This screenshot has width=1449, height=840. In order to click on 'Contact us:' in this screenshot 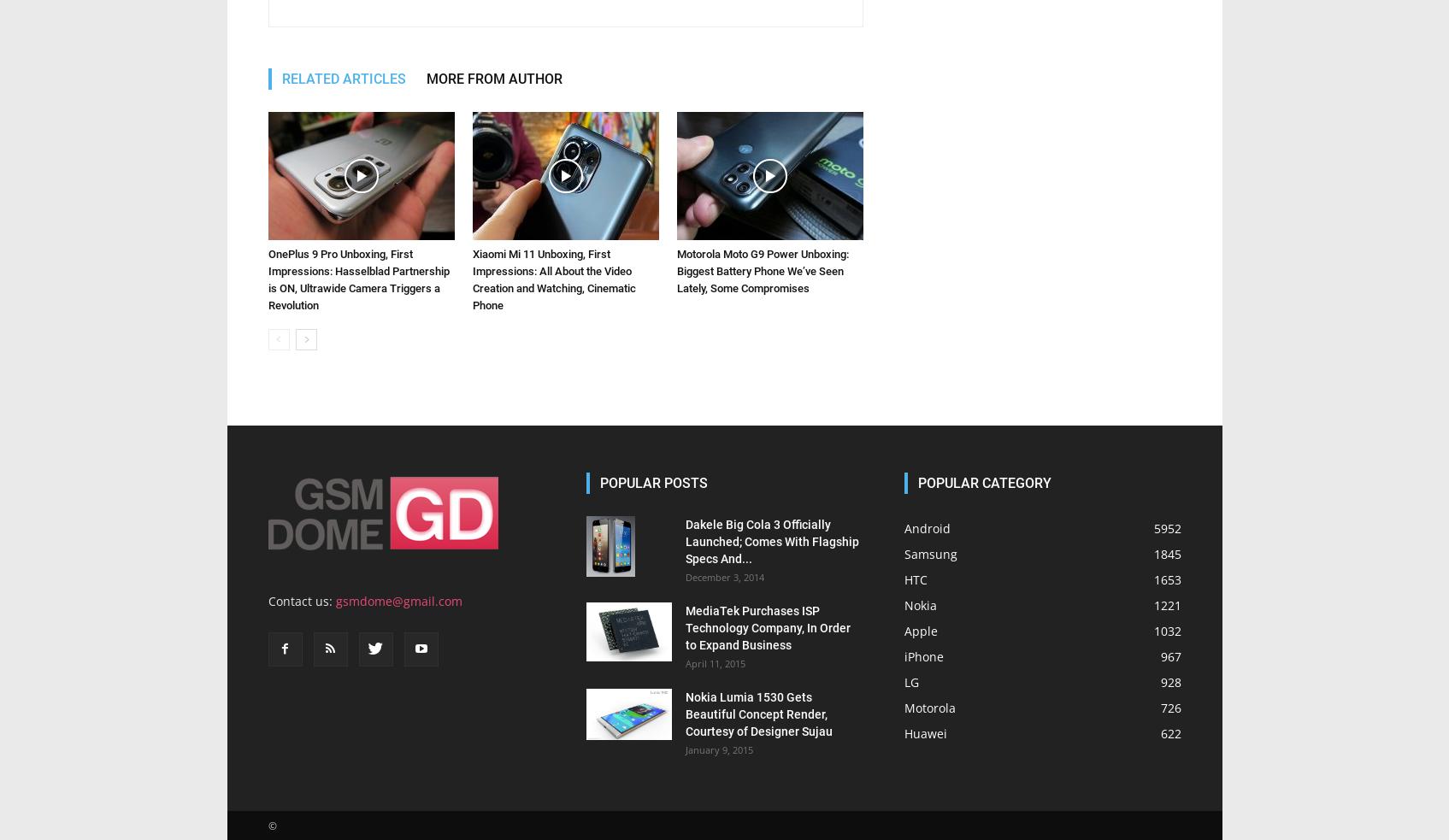, I will do `click(300, 365)`.